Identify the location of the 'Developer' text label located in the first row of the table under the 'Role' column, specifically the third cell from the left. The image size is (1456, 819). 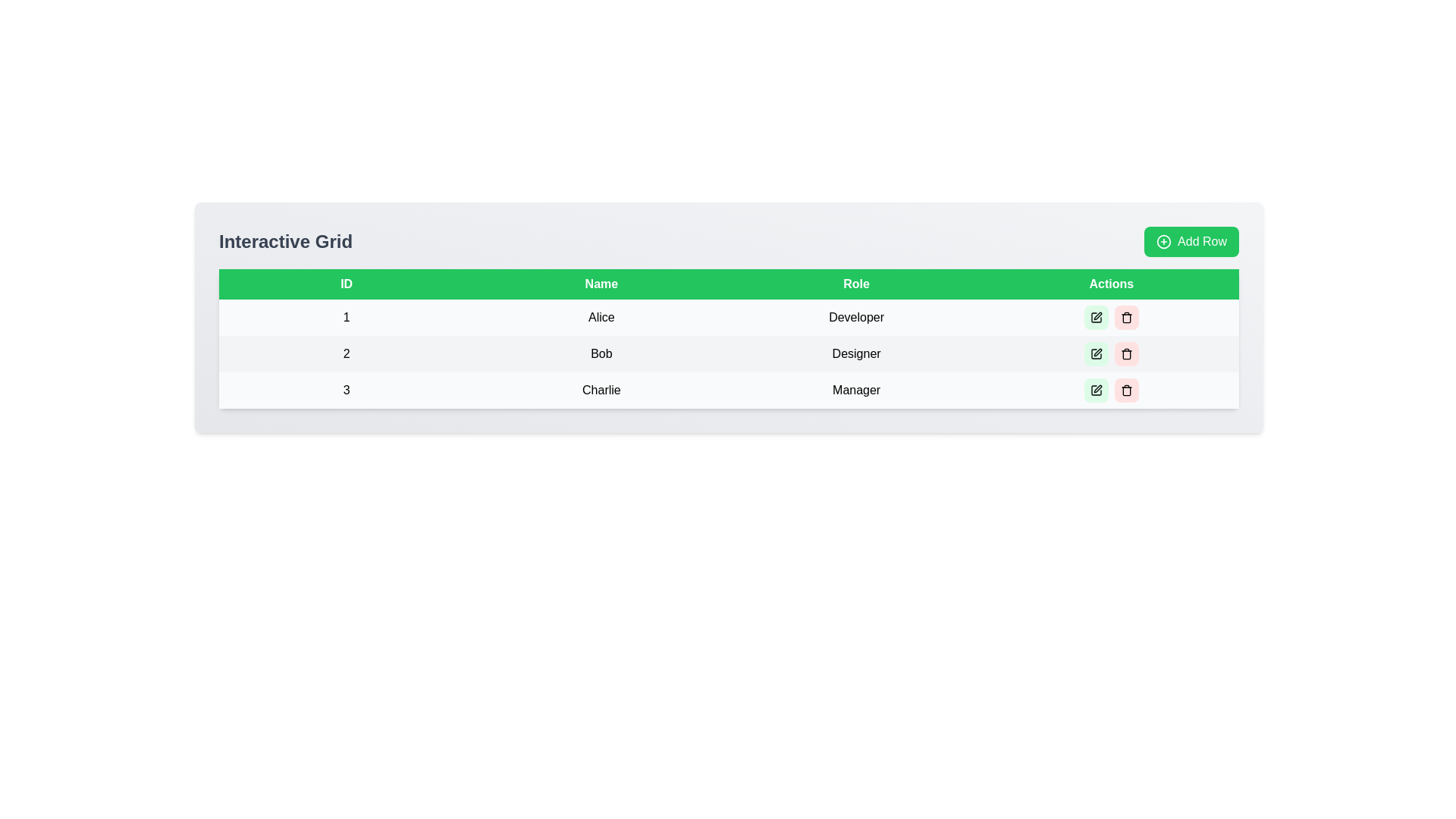
(856, 317).